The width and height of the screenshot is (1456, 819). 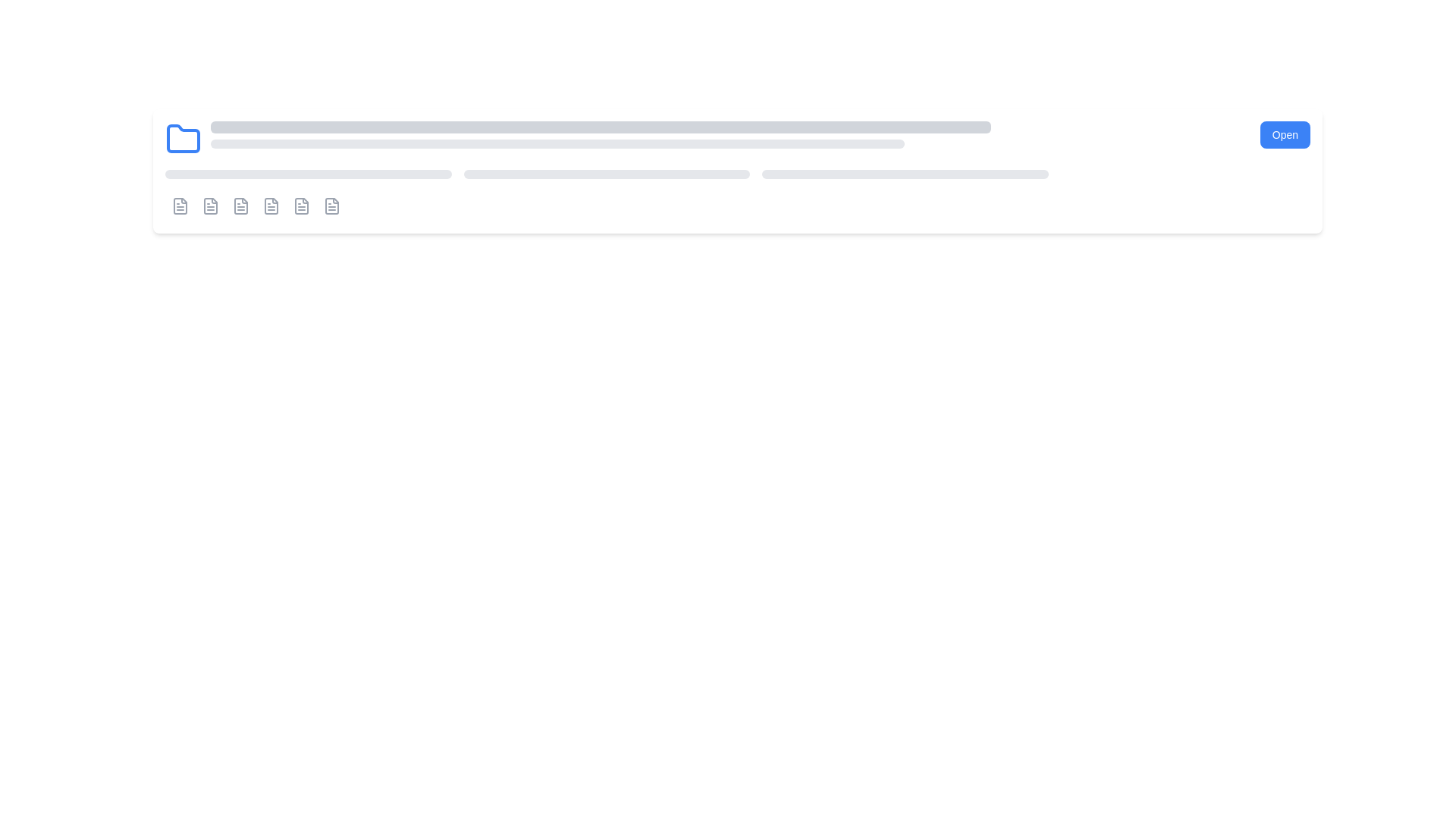 I want to click on the third file icon in the horizontal row that resembles a document or text file with a gray color scheme and internal horizontal lines indicating text content, so click(x=210, y=206).